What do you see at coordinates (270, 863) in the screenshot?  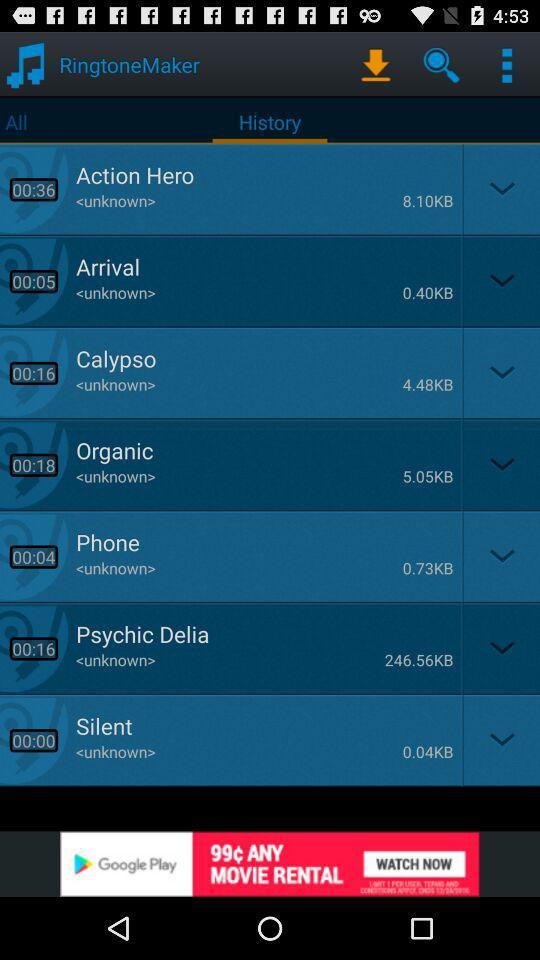 I see `advertisement page` at bounding box center [270, 863].